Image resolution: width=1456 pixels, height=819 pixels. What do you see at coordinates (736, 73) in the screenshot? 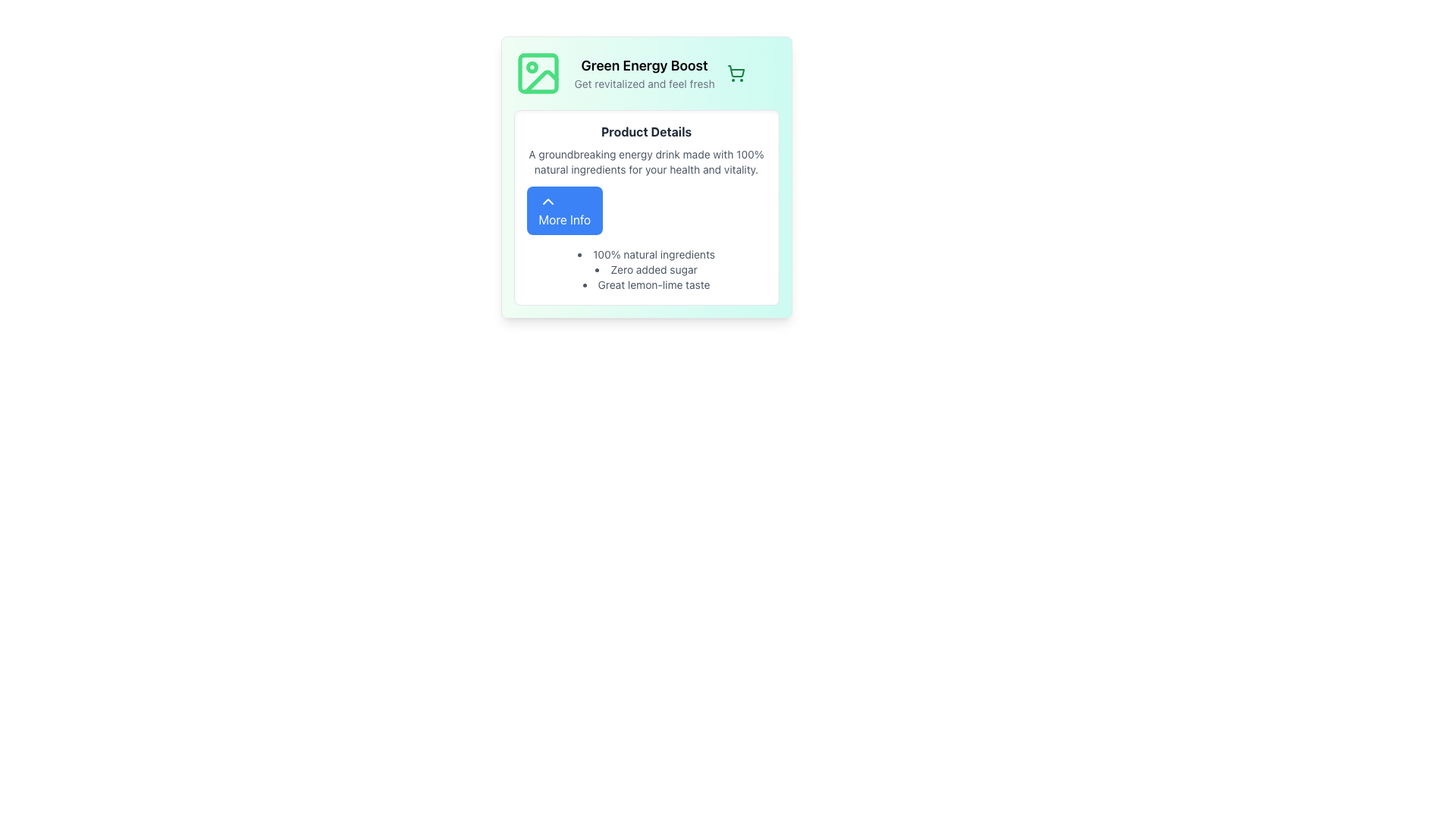
I see `the green shopping cart icon located on the right side of the top section, adjacent to the title 'Green Energy Boost'` at bounding box center [736, 73].